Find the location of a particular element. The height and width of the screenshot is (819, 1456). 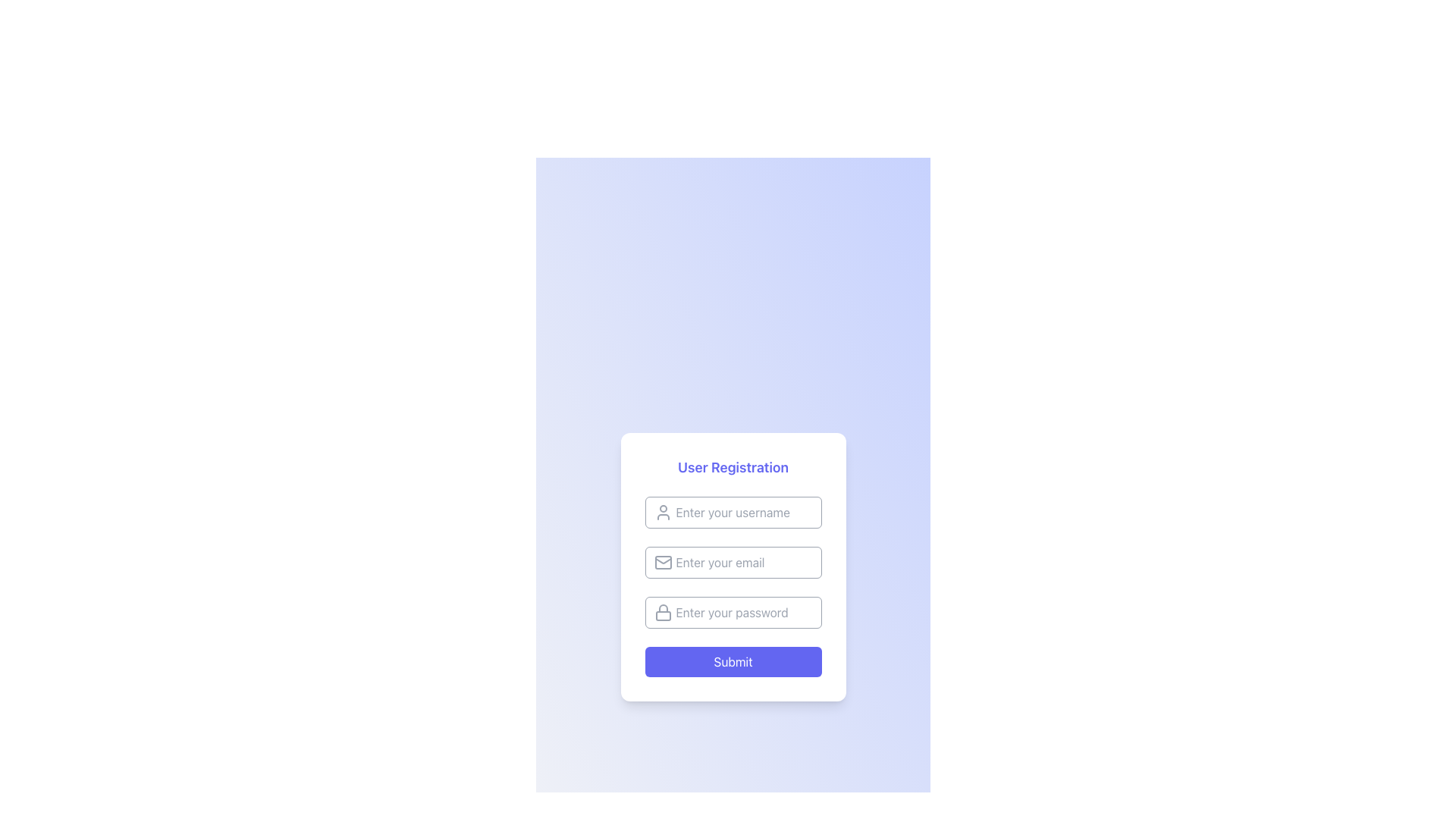

the user silhouette SVG icon located at the left side of the first input field in the 'User Registration' form is located at coordinates (663, 512).